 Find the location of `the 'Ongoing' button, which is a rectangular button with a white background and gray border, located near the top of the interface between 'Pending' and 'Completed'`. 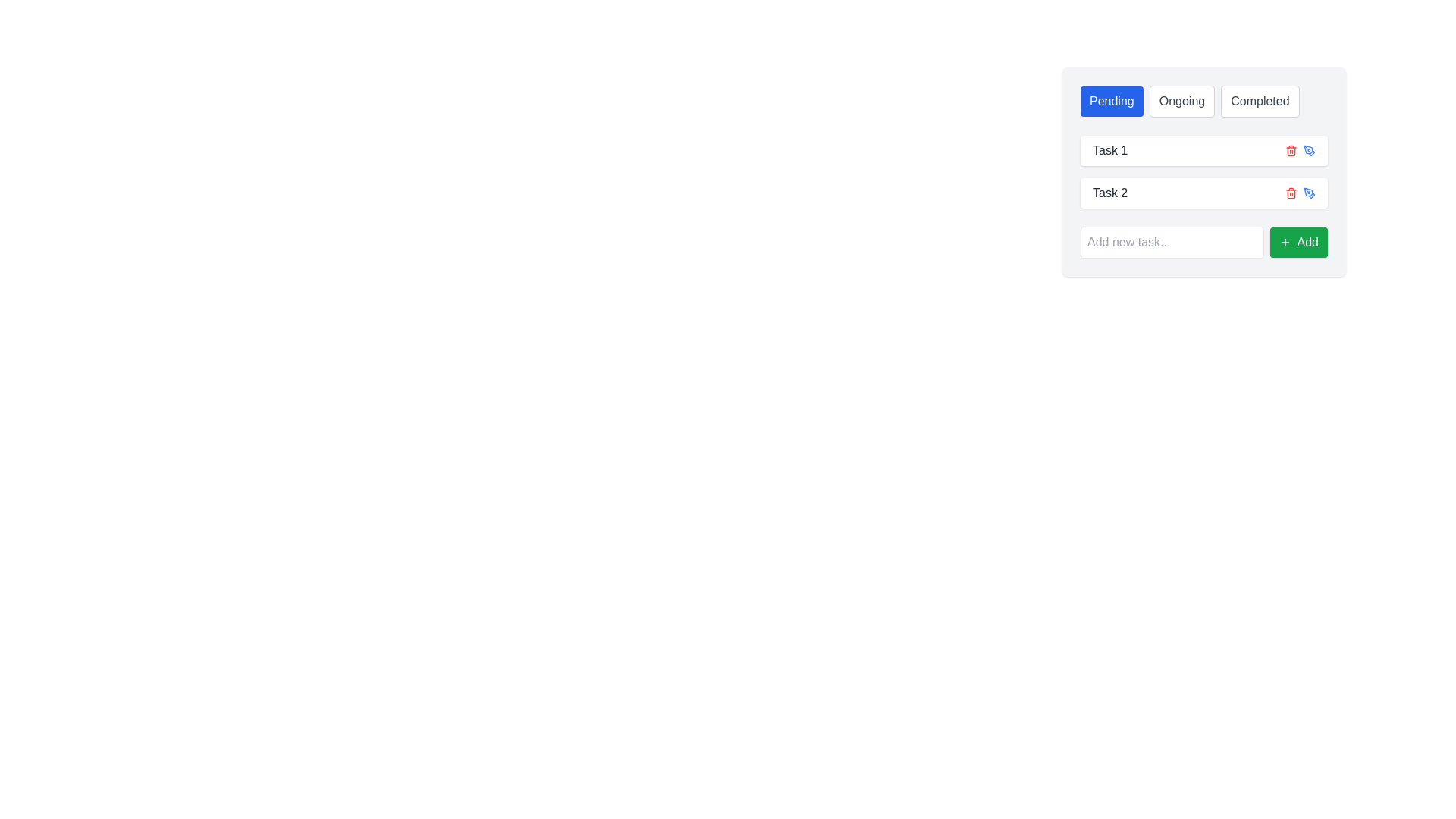

the 'Ongoing' button, which is a rectangular button with a white background and gray border, located near the top of the interface between 'Pending' and 'Completed' is located at coordinates (1181, 102).